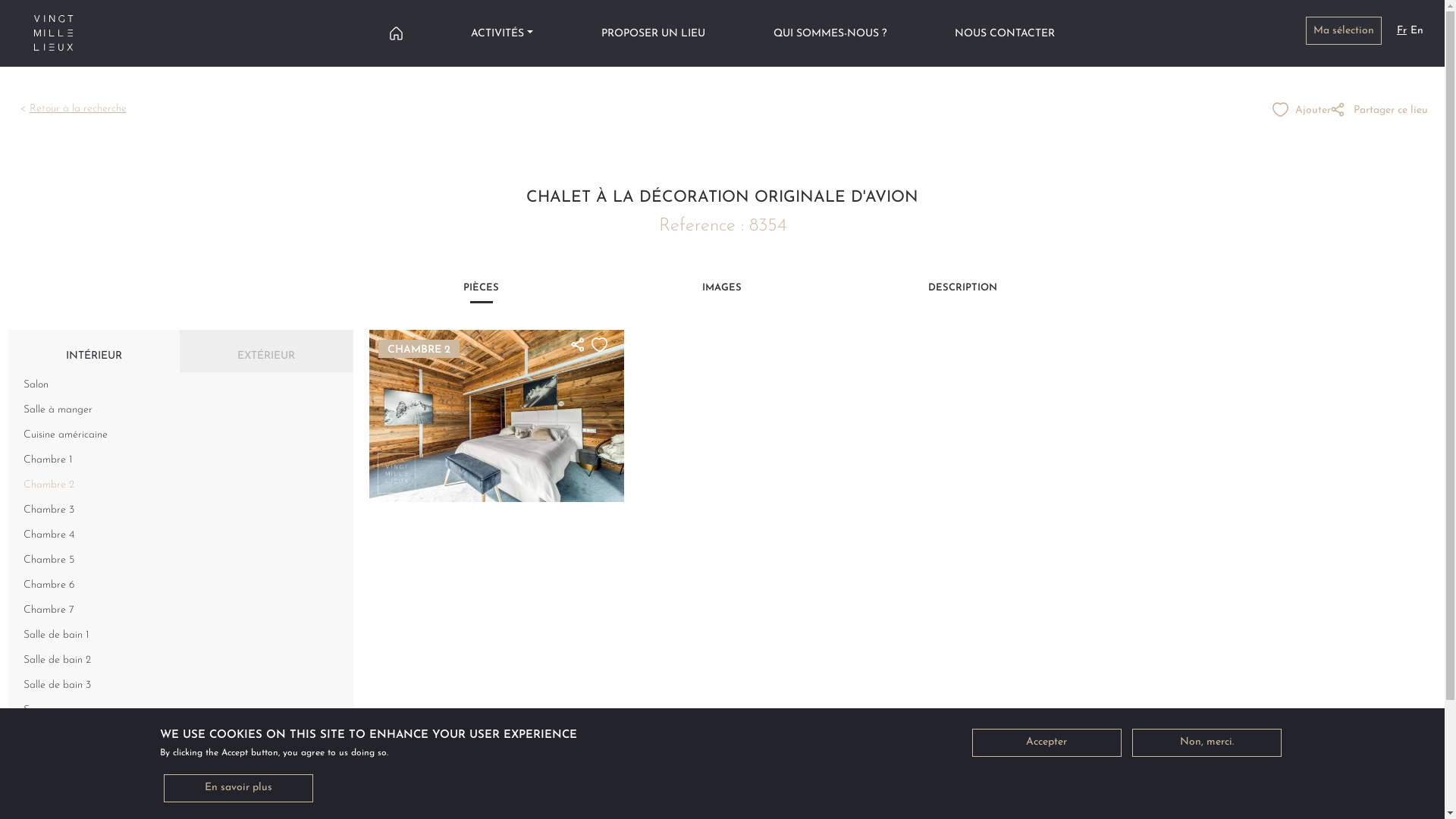 This screenshot has width=1456, height=819. What do you see at coordinates (1301, 109) in the screenshot?
I see `'Ajouter'` at bounding box center [1301, 109].